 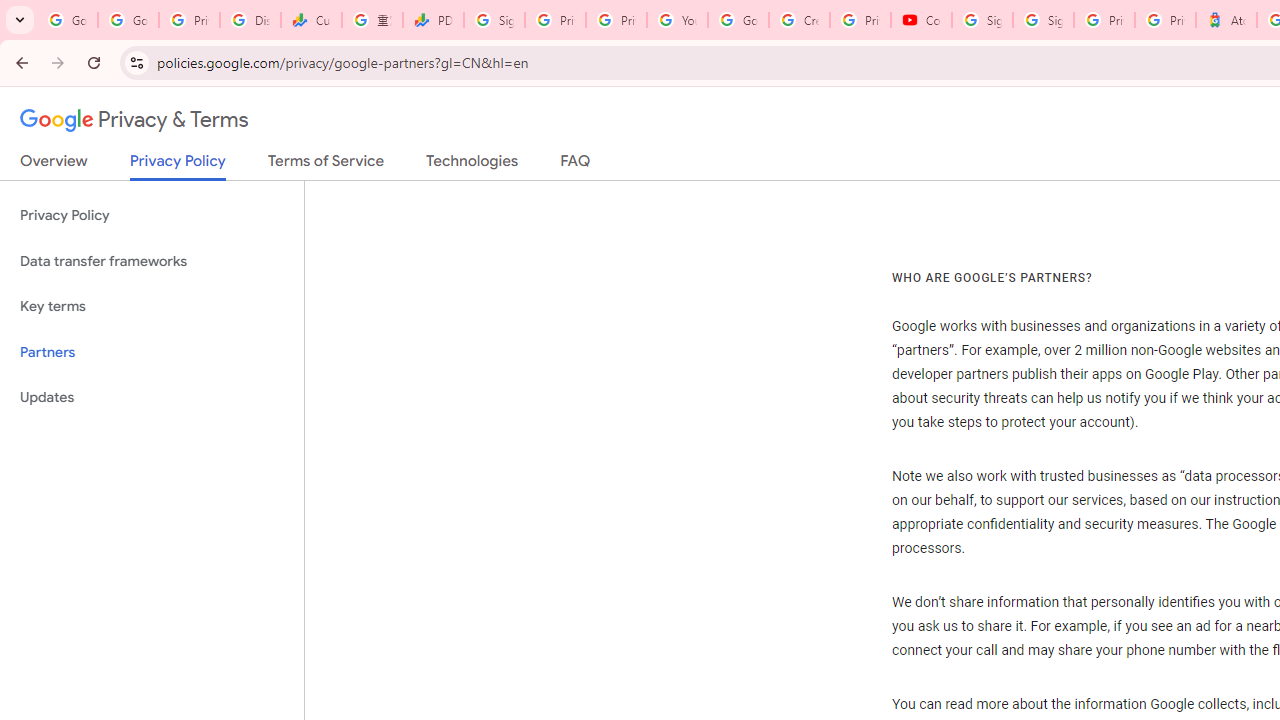 What do you see at coordinates (1042, 20) in the screenshot?
I see `'Sign in - Google Accounts'` at bounding box center [1042, 20].